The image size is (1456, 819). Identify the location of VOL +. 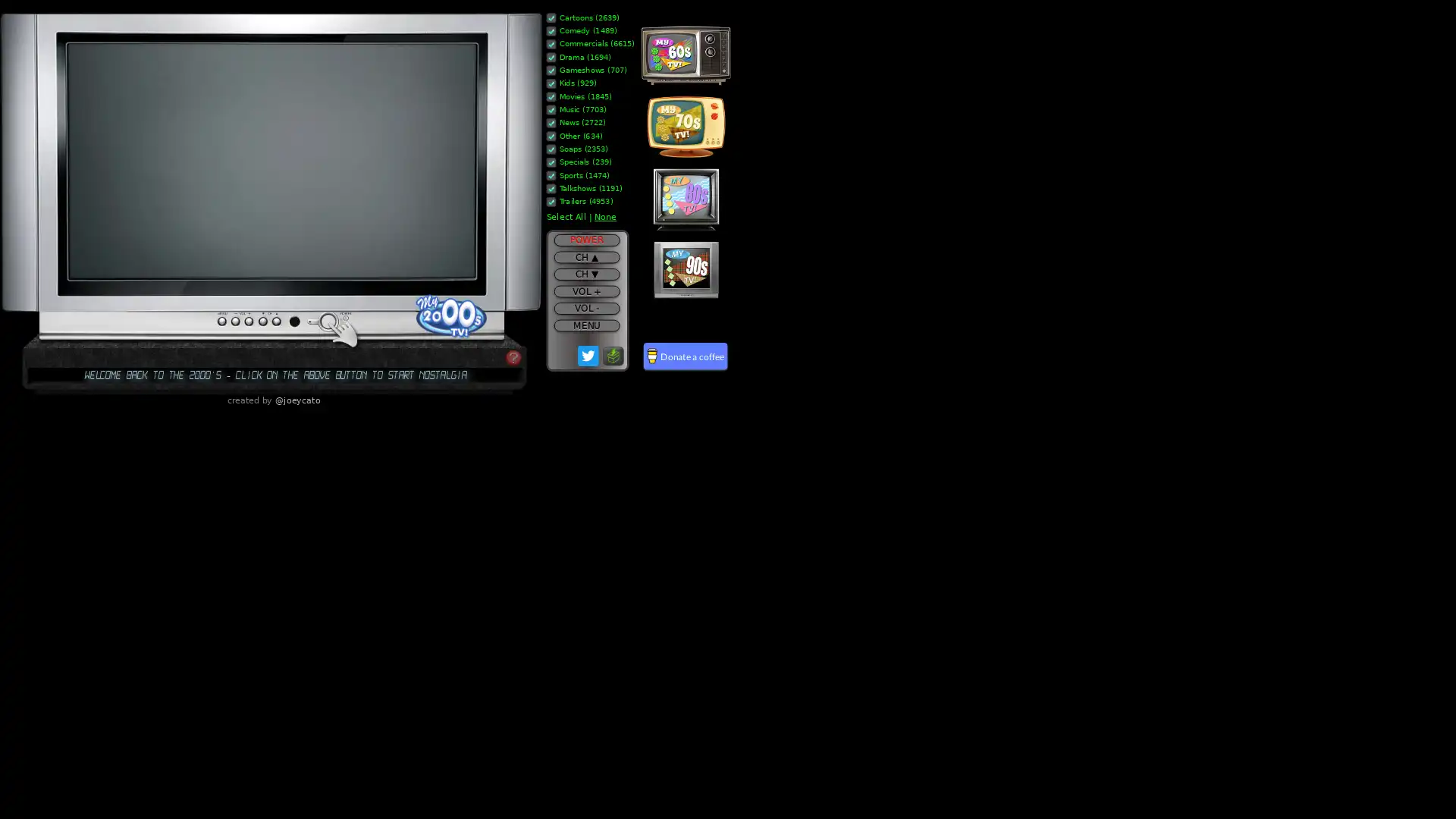
(585, 291).